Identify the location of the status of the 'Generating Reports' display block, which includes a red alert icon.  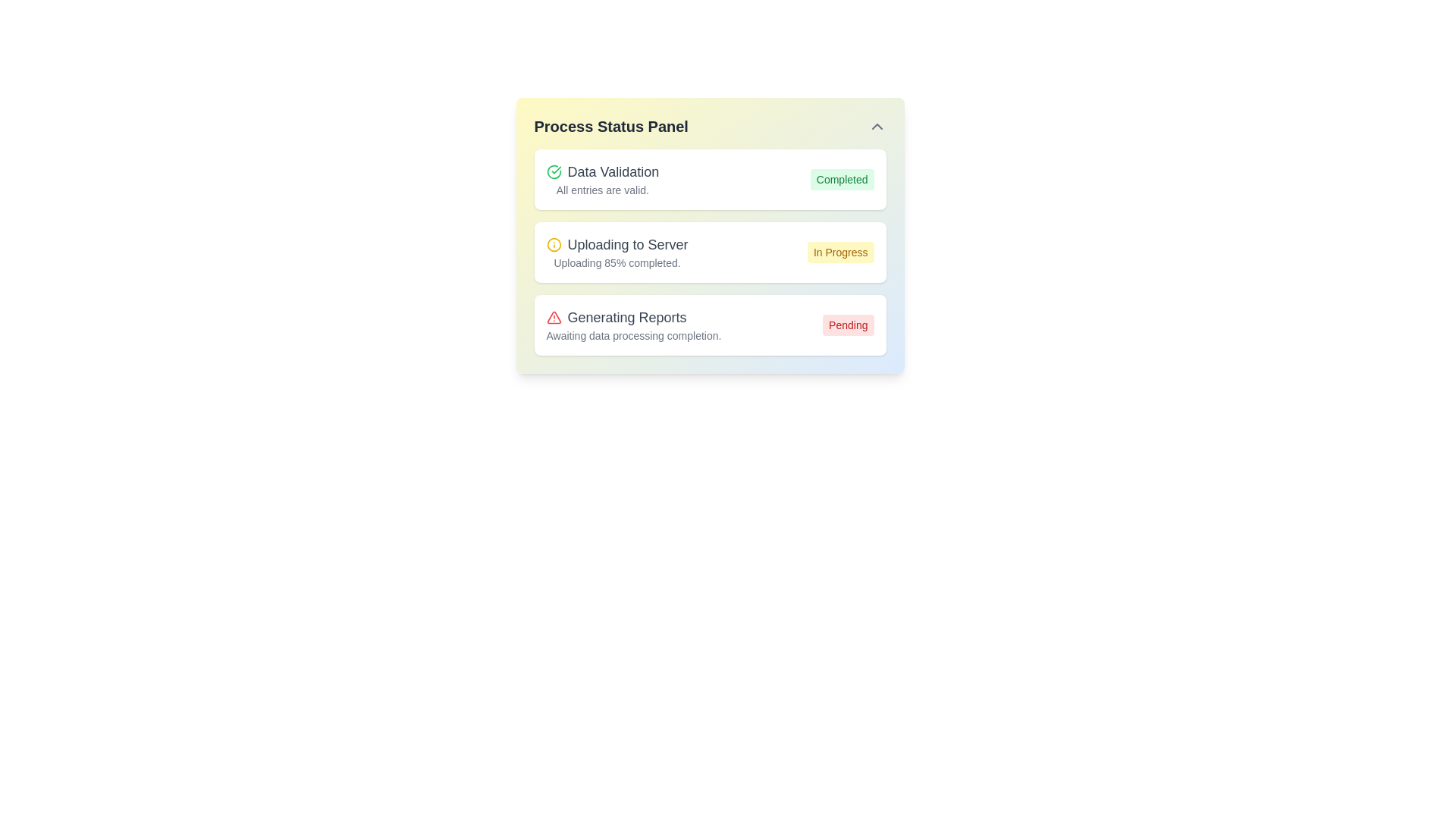
(709, 324).